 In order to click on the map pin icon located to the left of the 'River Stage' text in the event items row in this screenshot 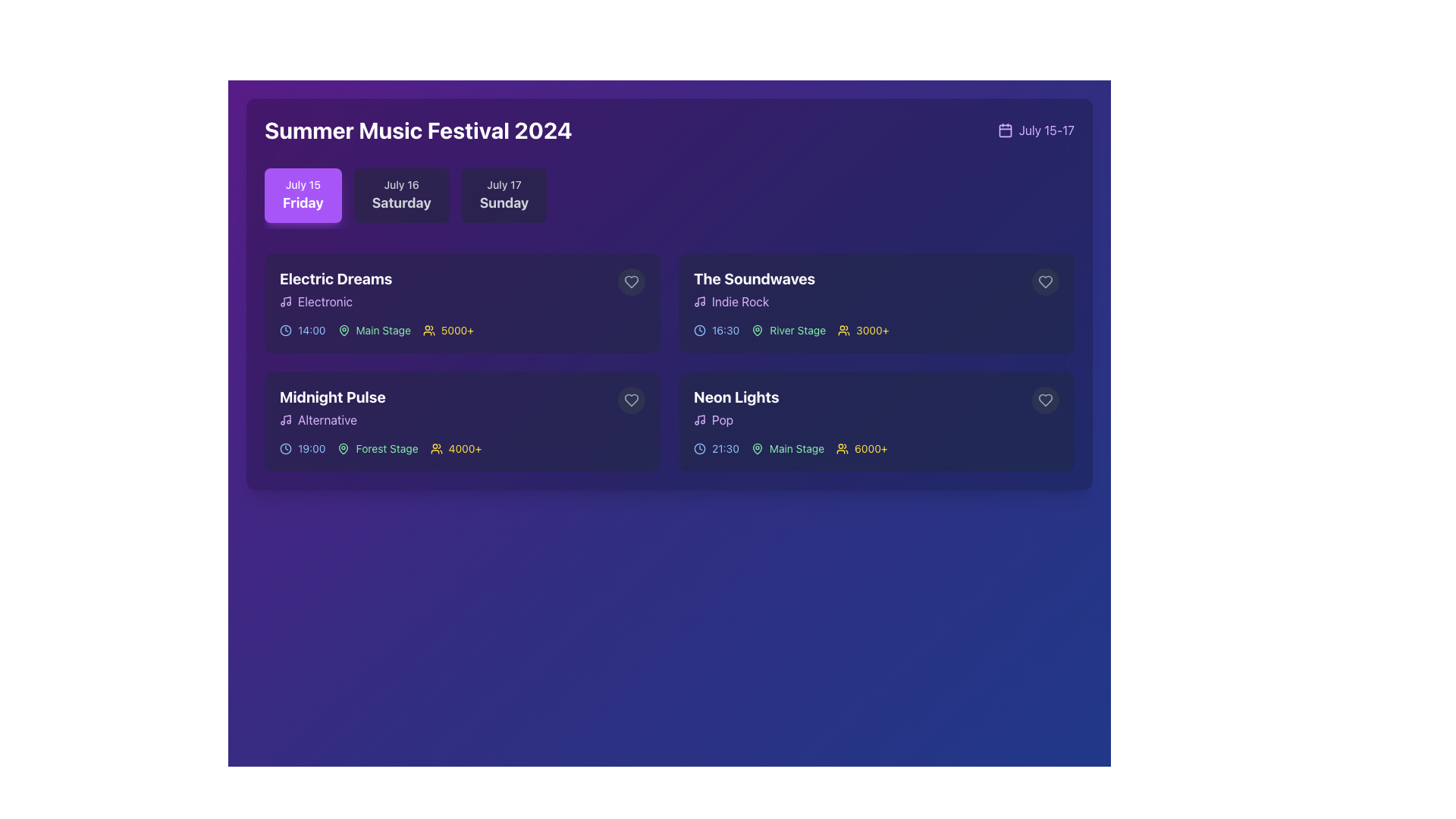, I will do `click(758, 329)`.